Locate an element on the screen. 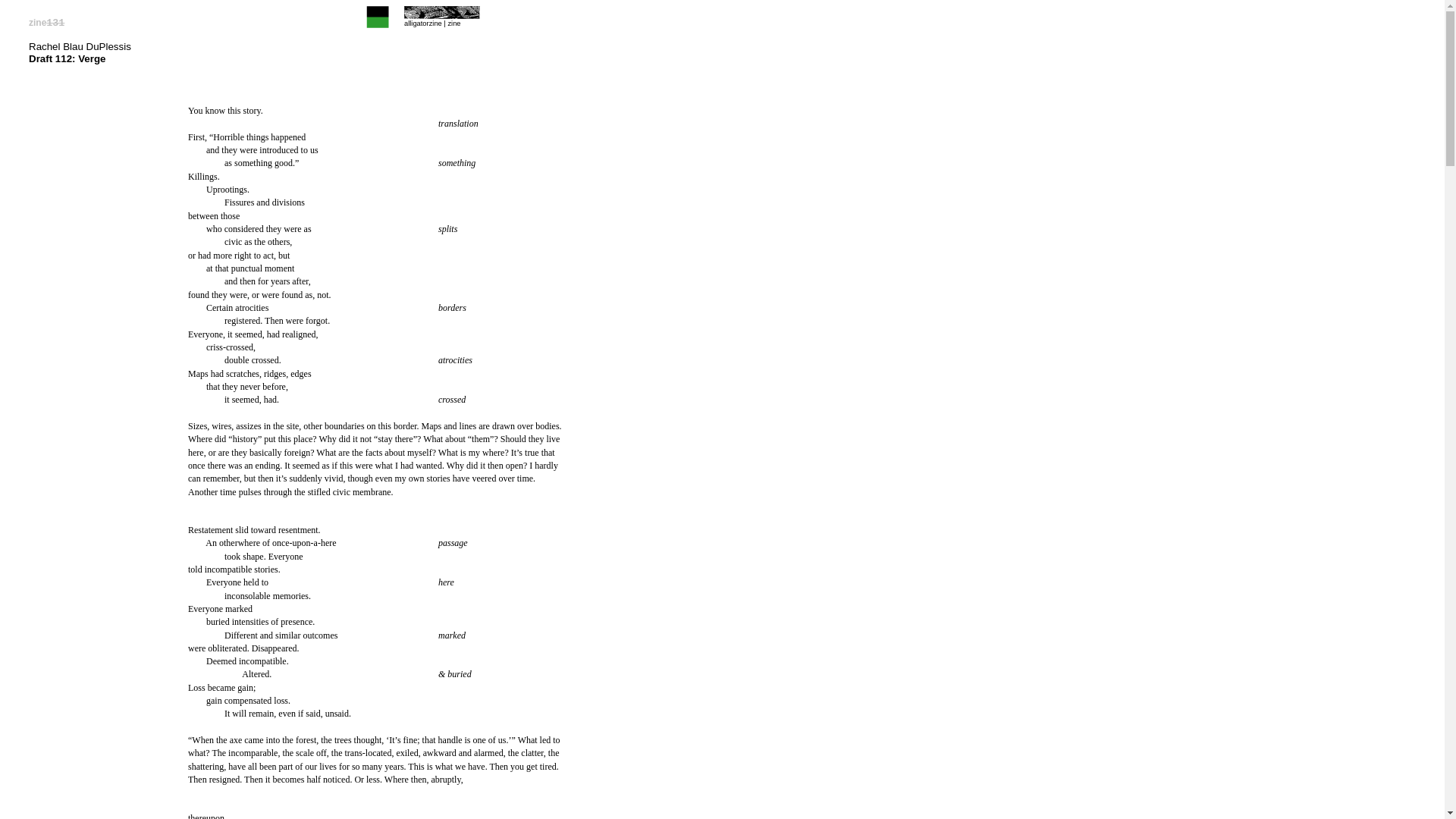 The image size is (1456, 819). 'zine' is located at coordinates (453, 23).